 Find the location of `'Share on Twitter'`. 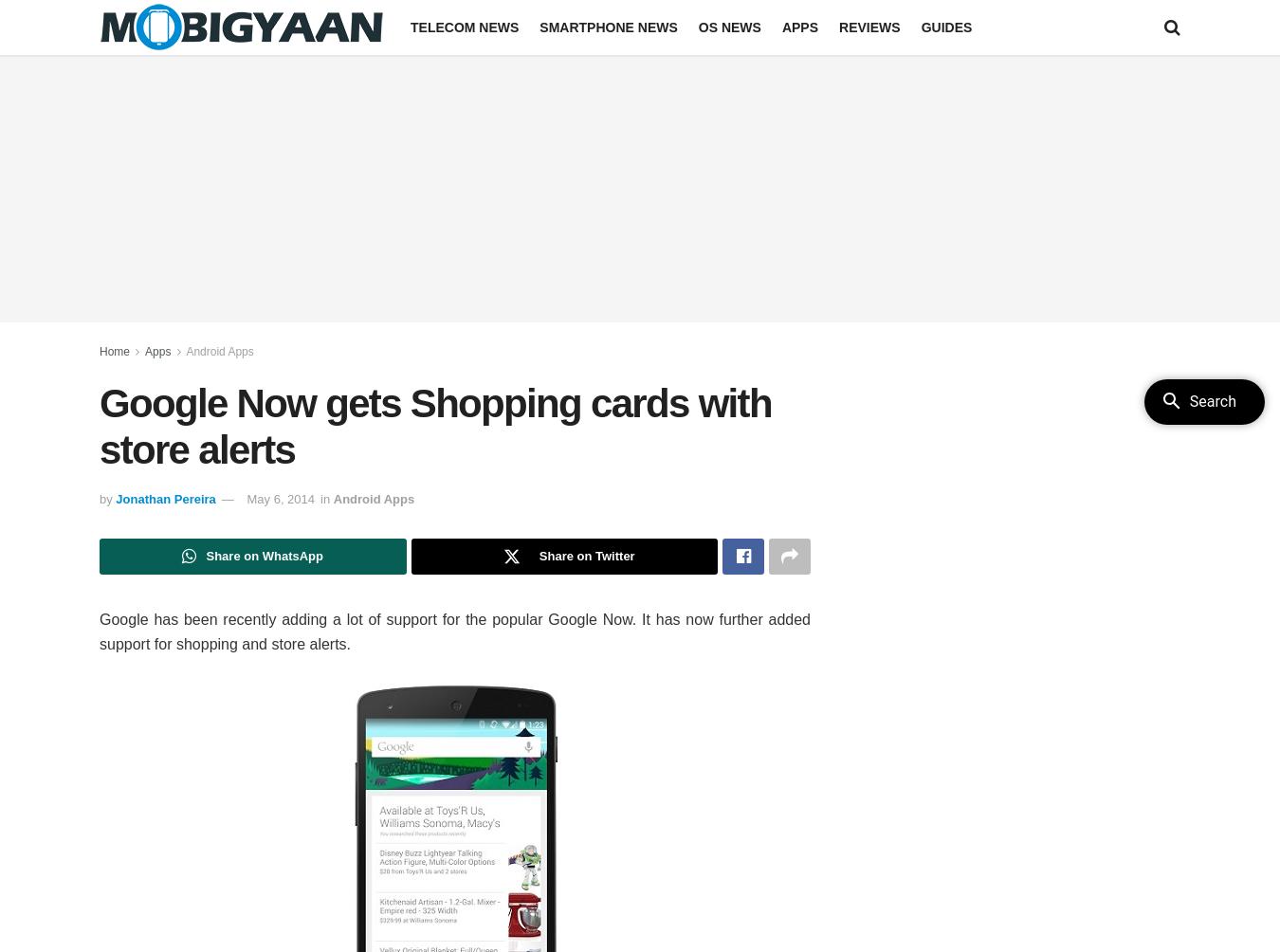

'Share on Twitter' is located at coordinates (538, 556).